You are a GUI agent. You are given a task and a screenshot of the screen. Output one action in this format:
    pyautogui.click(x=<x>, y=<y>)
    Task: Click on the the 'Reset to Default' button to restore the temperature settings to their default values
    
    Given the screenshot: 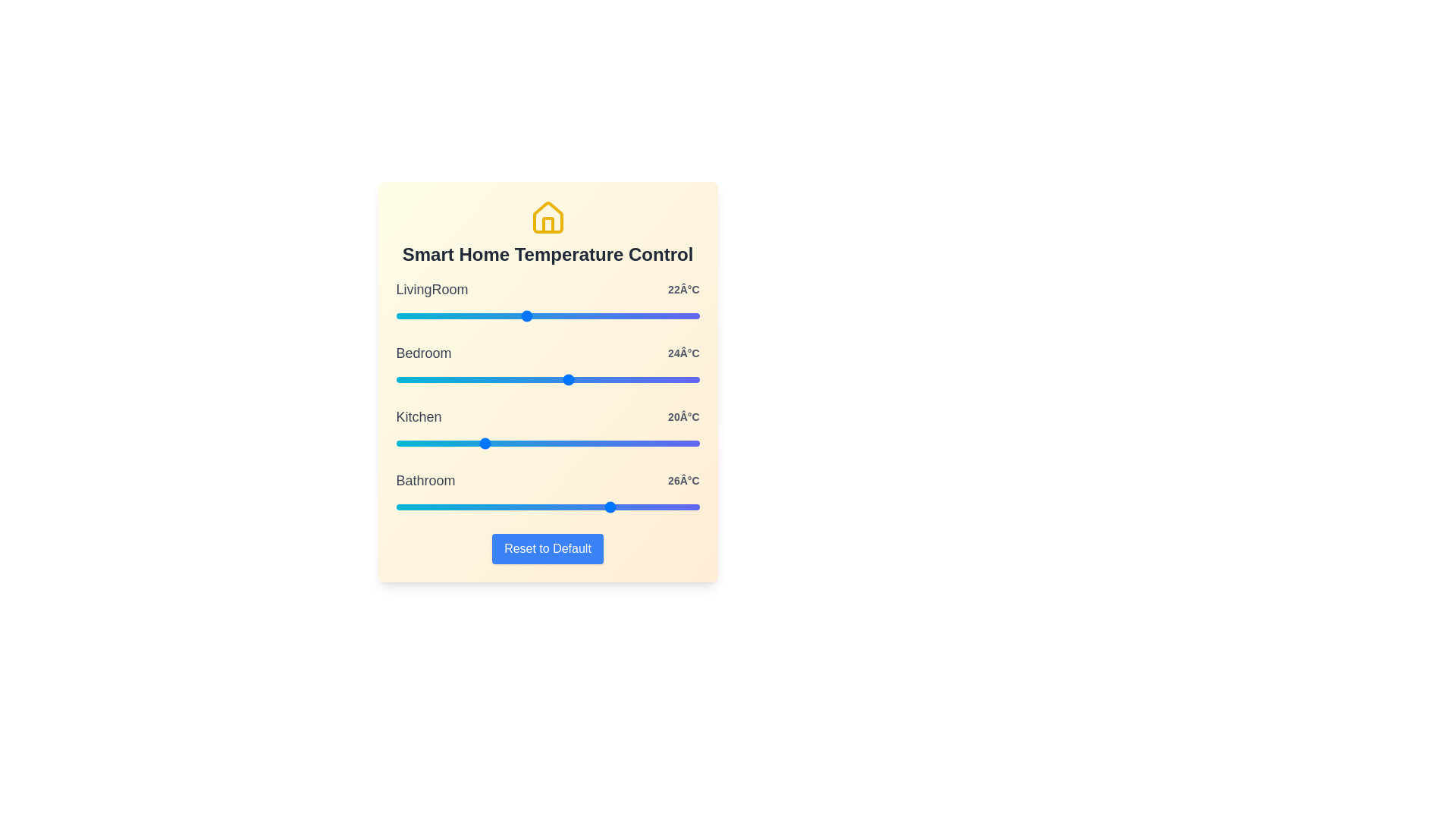 What is the action you would take?
    pyautogui.click(x=547, y=549)
    